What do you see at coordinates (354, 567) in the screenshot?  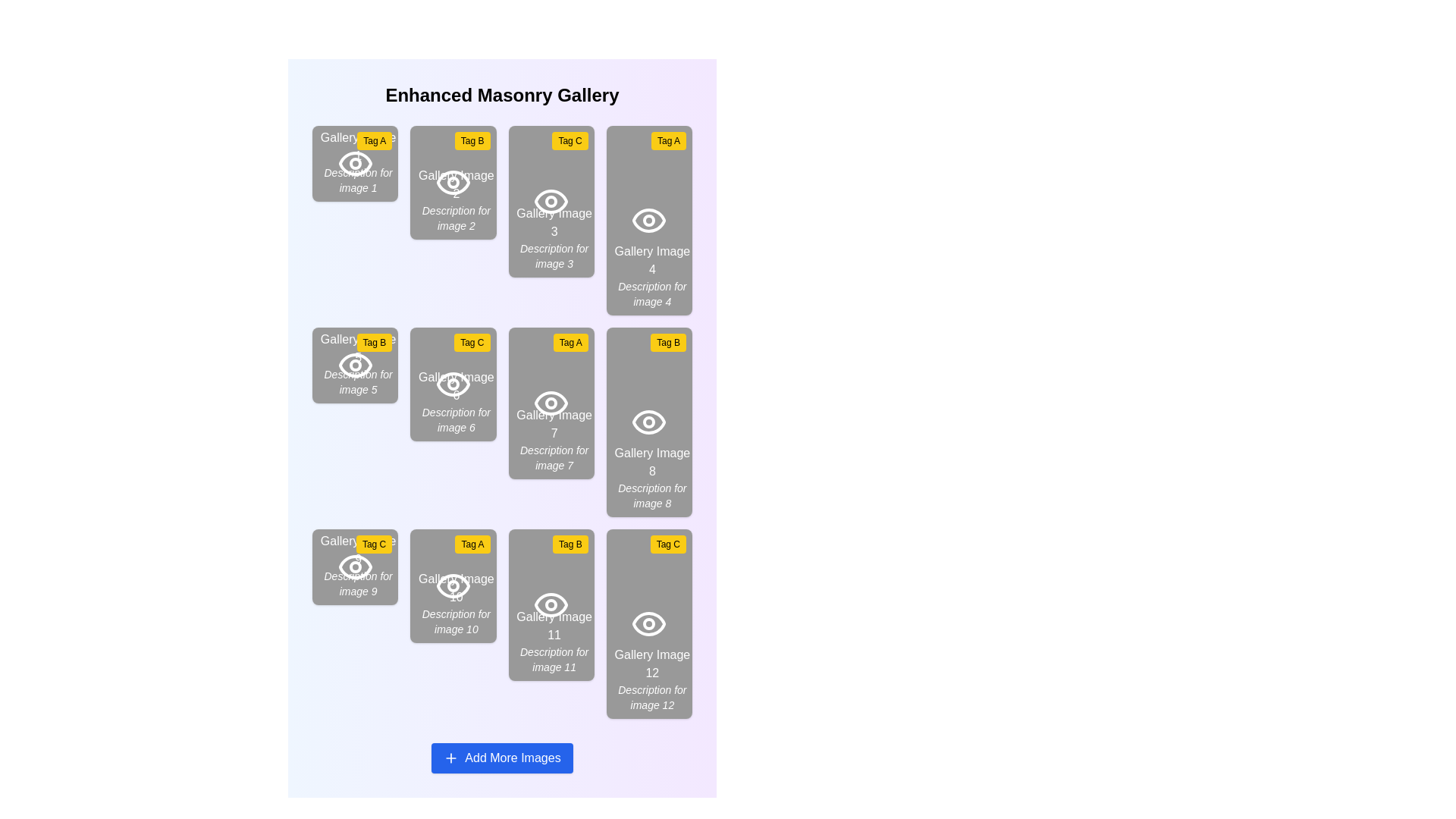 I see `the eye icon located at the center of the gray card labeled 'Tag C' in 'Gallery Image 9'` at bounding box center [354, 567].